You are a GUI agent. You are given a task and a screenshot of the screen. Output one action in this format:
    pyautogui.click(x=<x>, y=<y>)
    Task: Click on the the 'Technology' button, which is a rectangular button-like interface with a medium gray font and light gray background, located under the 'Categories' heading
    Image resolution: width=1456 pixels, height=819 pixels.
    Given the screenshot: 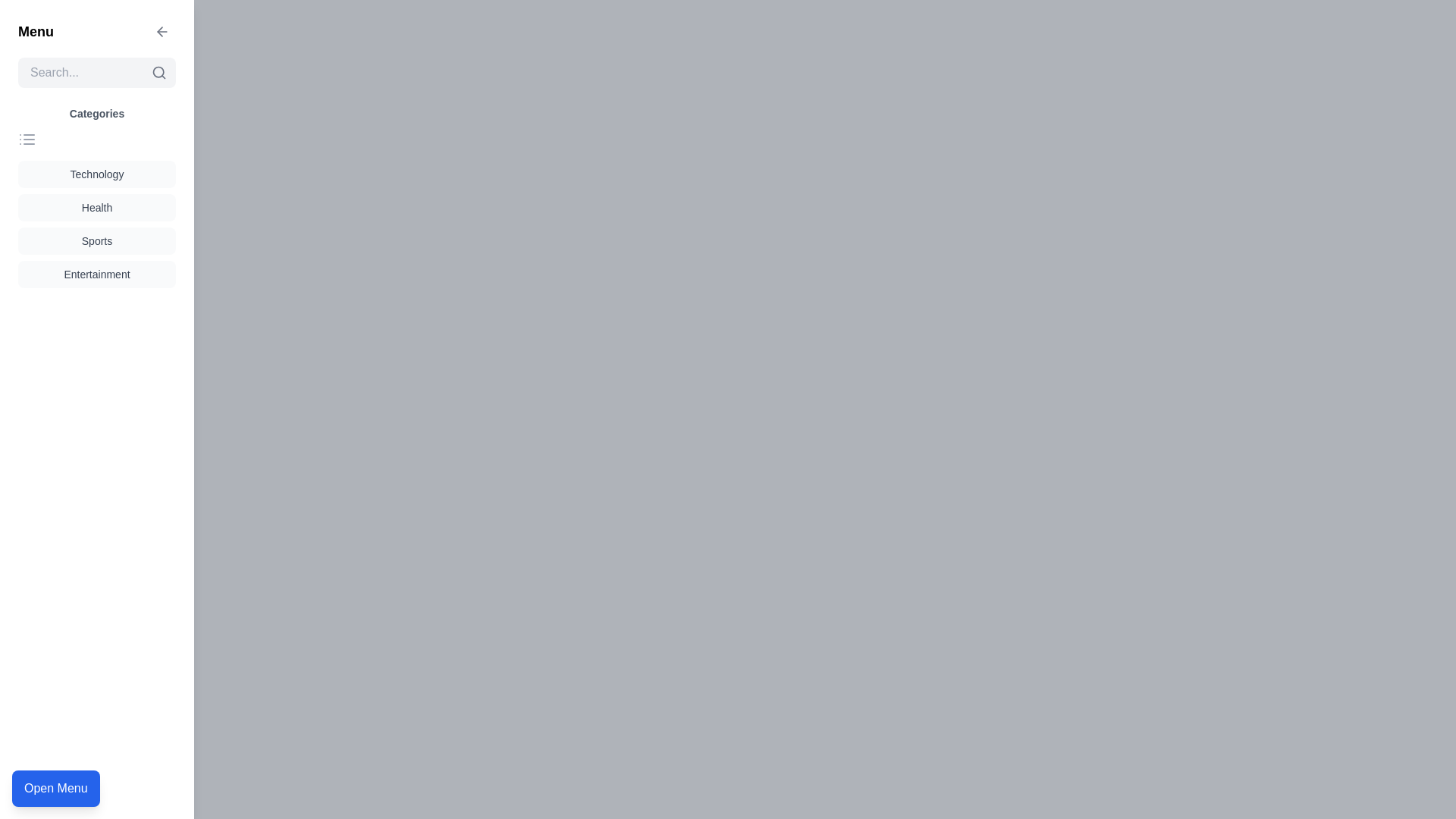 What is the action you would take?
    pyautogui.click(x=96, y=174)
    